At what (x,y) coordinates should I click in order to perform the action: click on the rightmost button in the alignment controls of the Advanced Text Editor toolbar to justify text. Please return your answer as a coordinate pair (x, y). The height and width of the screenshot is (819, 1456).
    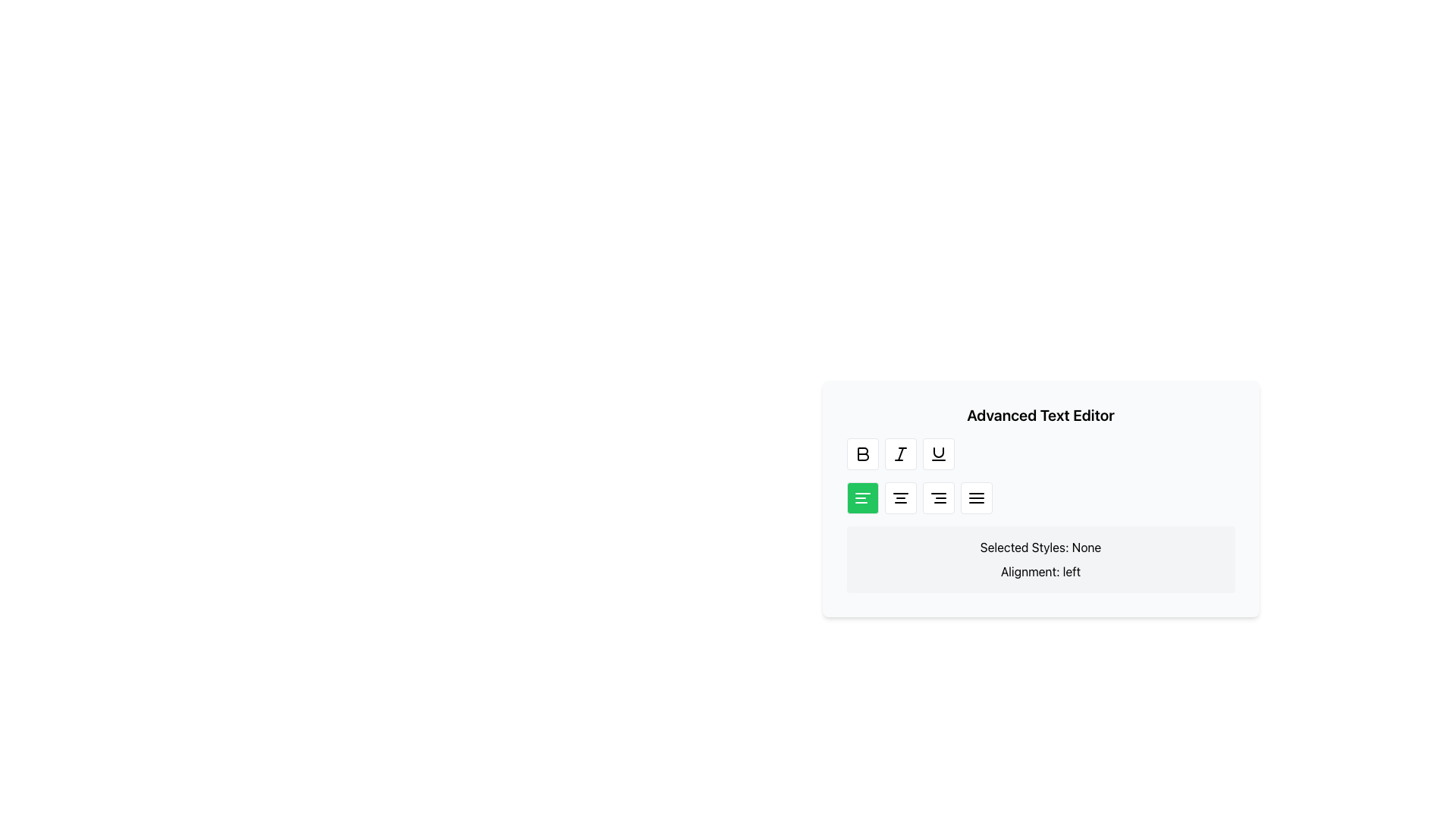
    Looking at the image, I should click on (976, 497).